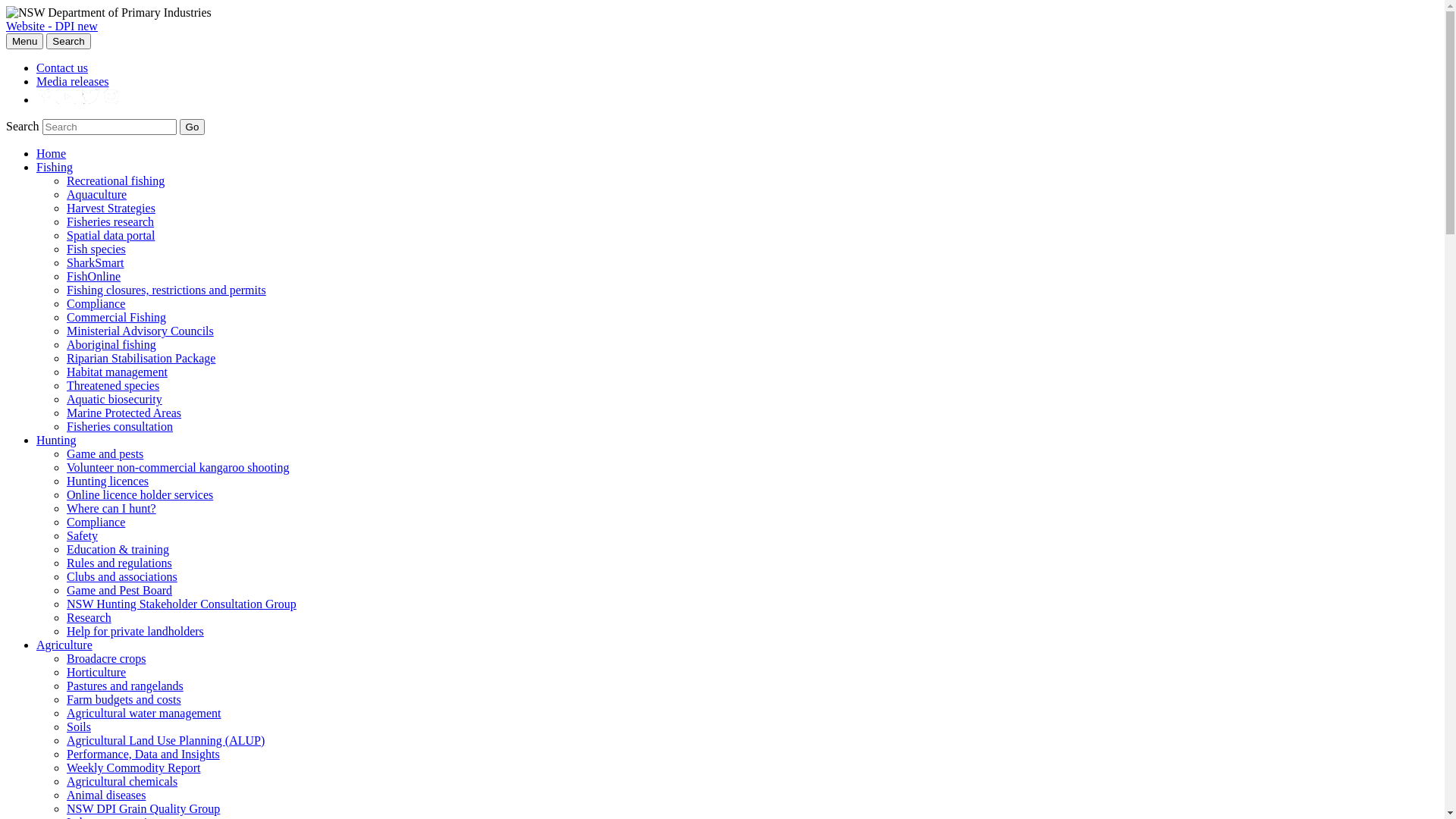 Image resolution: width=1456 pixels, height=819 pixels. What do you see at coordinates (166, 290) in the screenshot?
I see `'Fishing closures, restrictions and permits'` at bounding box center [166, 290].